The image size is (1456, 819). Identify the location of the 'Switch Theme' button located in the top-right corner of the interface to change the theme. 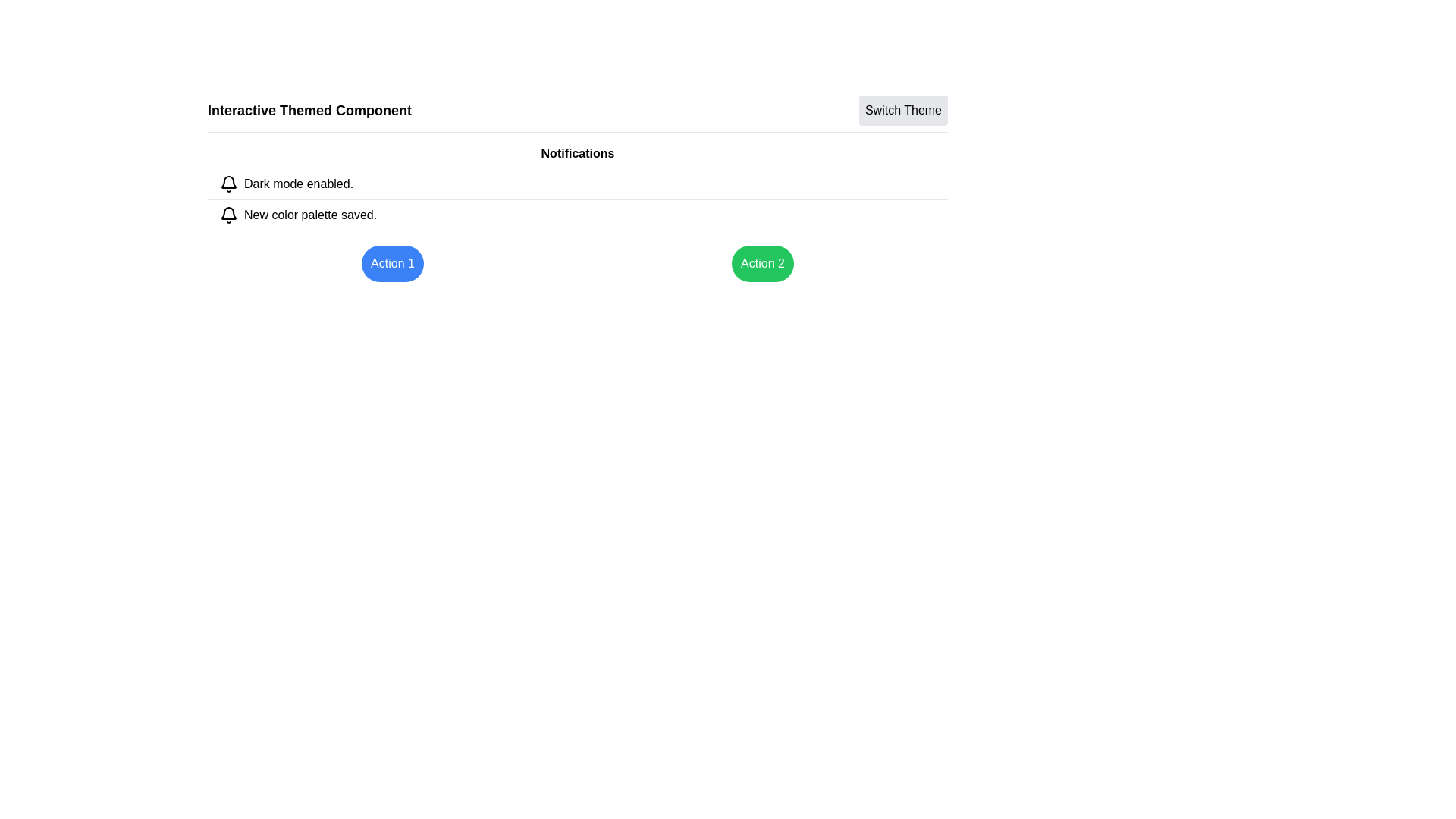
(903, 110).